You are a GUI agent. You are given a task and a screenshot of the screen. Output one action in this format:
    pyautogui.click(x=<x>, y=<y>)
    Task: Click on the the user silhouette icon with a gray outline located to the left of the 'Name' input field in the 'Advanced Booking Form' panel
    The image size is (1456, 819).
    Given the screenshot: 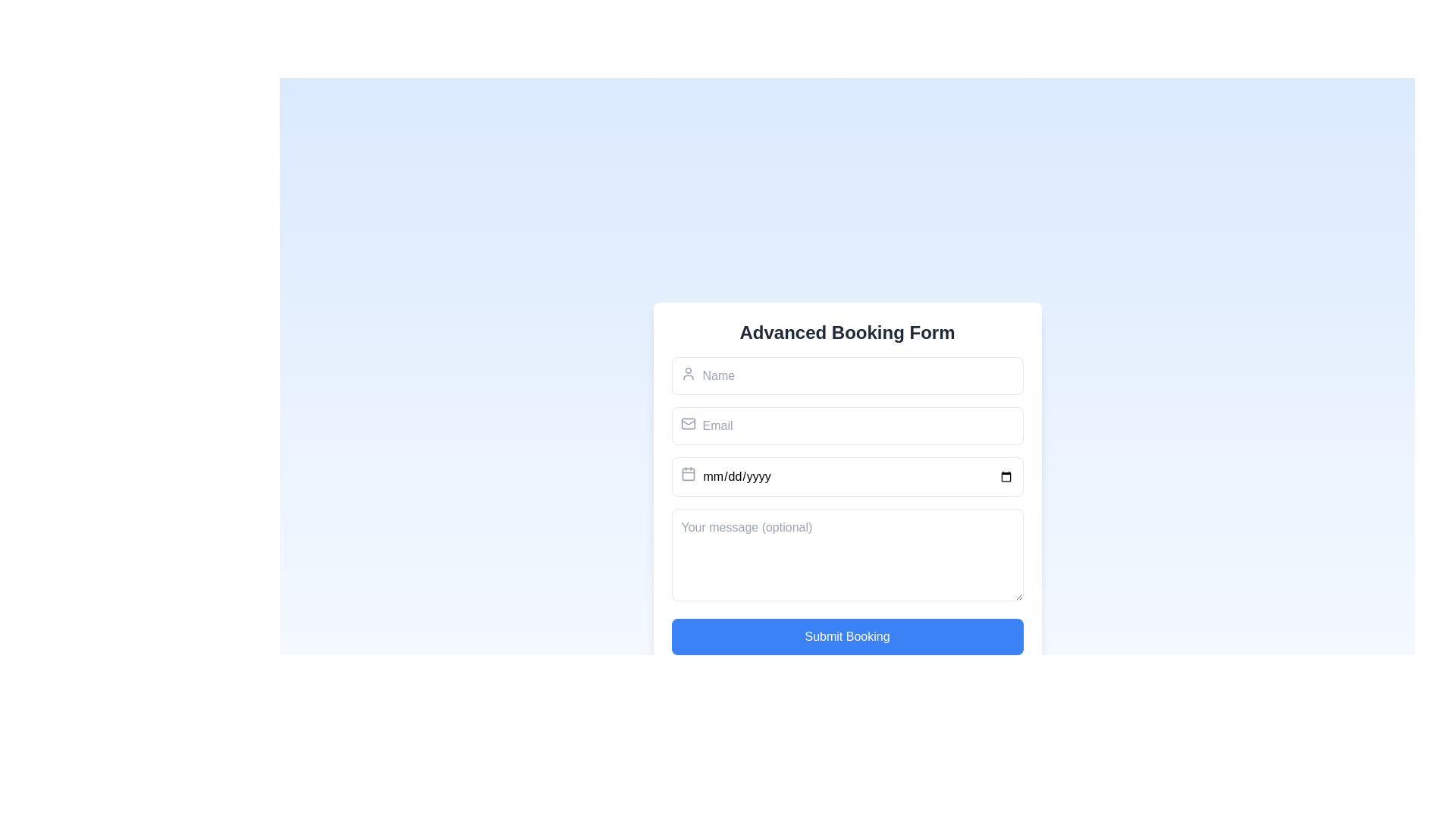 What is the action you would take?
    pyautogui.click(x=687, y=373)
    